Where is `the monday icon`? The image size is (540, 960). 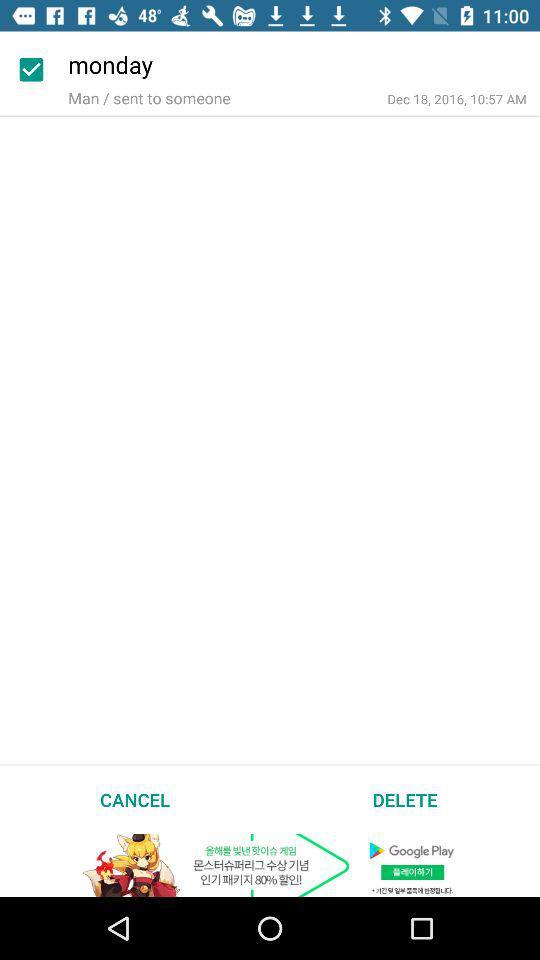 the monday icon is located at coordinates (303, 62).